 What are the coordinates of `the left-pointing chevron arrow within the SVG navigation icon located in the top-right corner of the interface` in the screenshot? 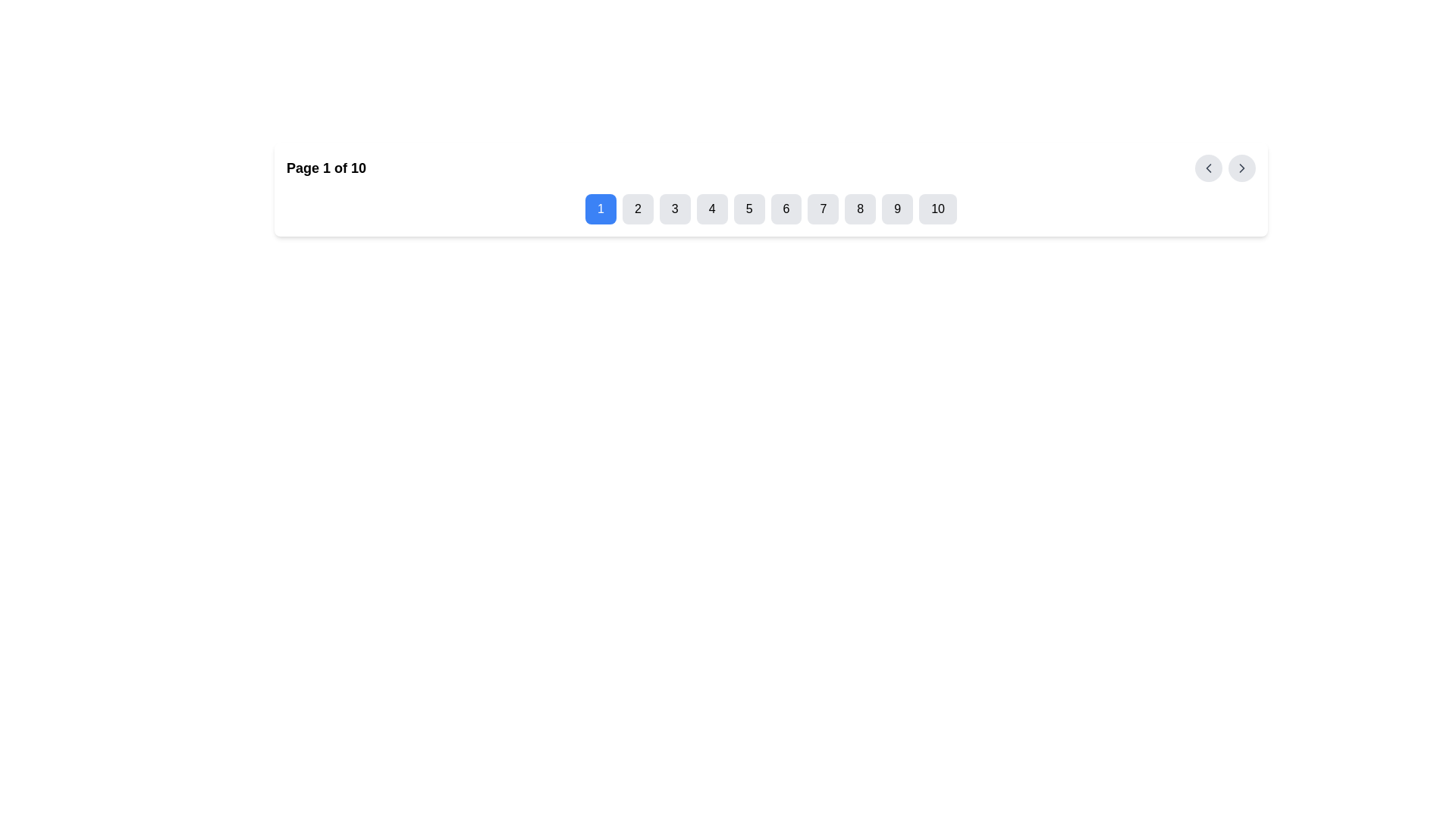 It's located at (1207, 168).